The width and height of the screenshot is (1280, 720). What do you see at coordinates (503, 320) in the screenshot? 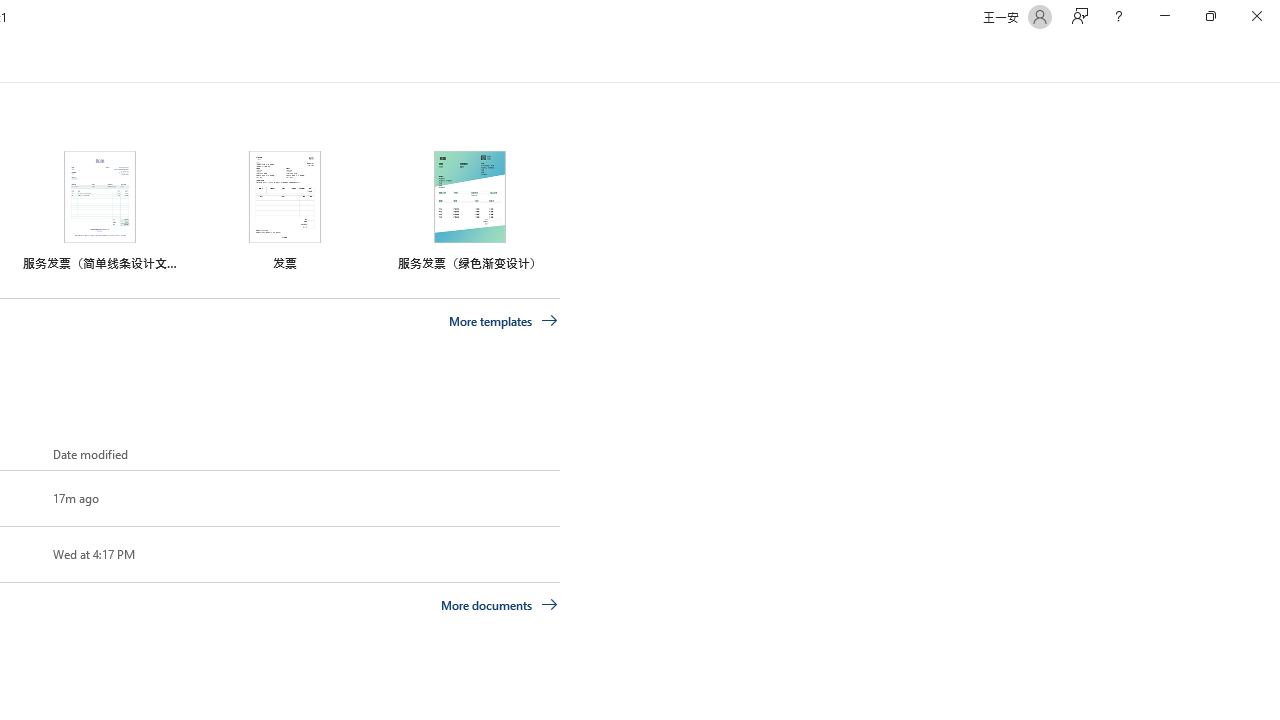
I see `'More templates'` at bounding box center [503, 320].